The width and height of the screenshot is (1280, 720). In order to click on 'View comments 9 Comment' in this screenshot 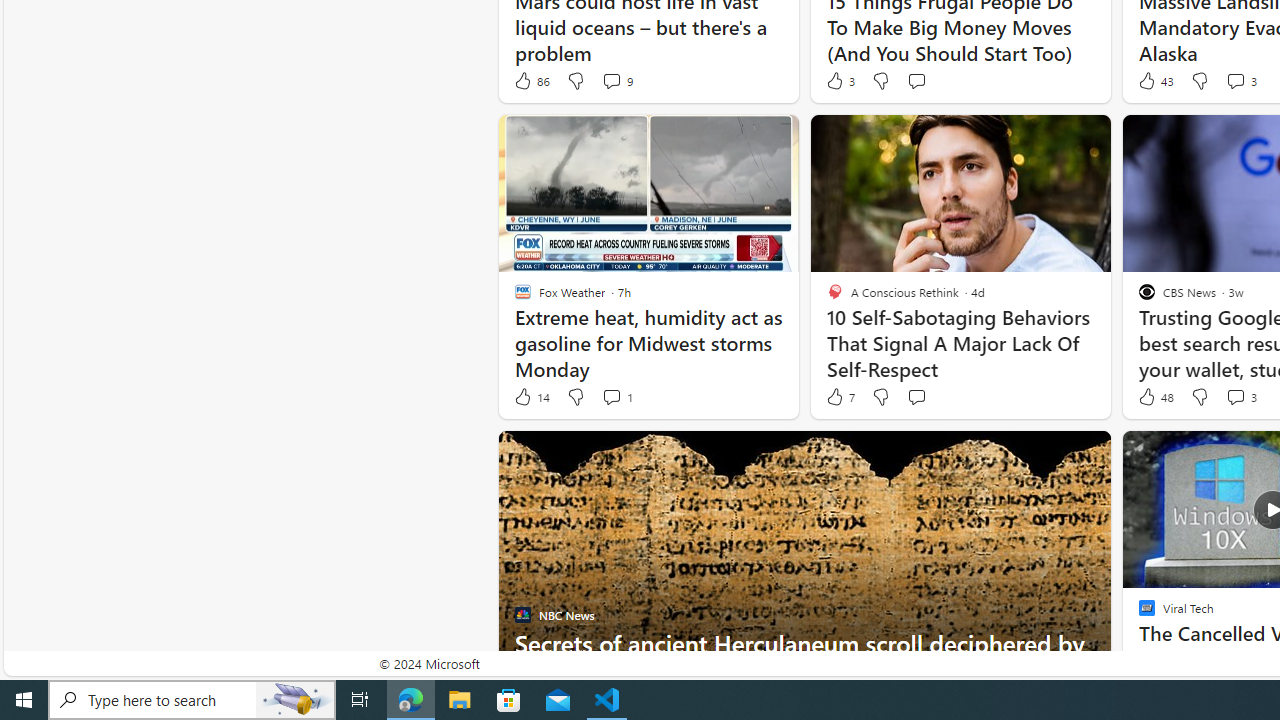, I will do `click(610, 80)`.